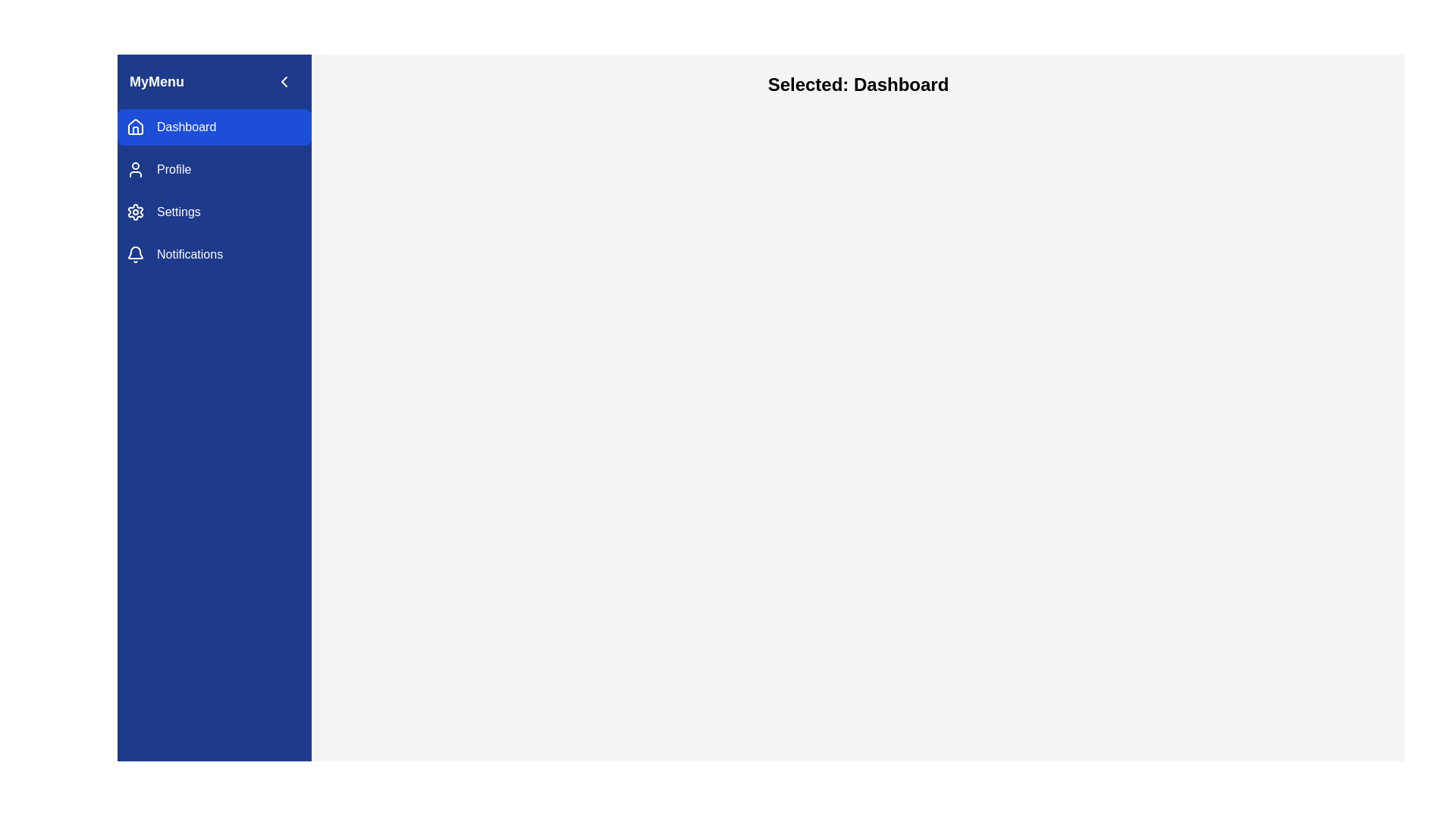 The image size is (1456, 819). What do you see at coordinates (284, 82) in the screenshot?
I see `the leftward-pointing chevron icon button, located near the top-right corner of the vertical sidebar menu, to trigger a tooltip or visual feedback` at bounding box center [284, 82].